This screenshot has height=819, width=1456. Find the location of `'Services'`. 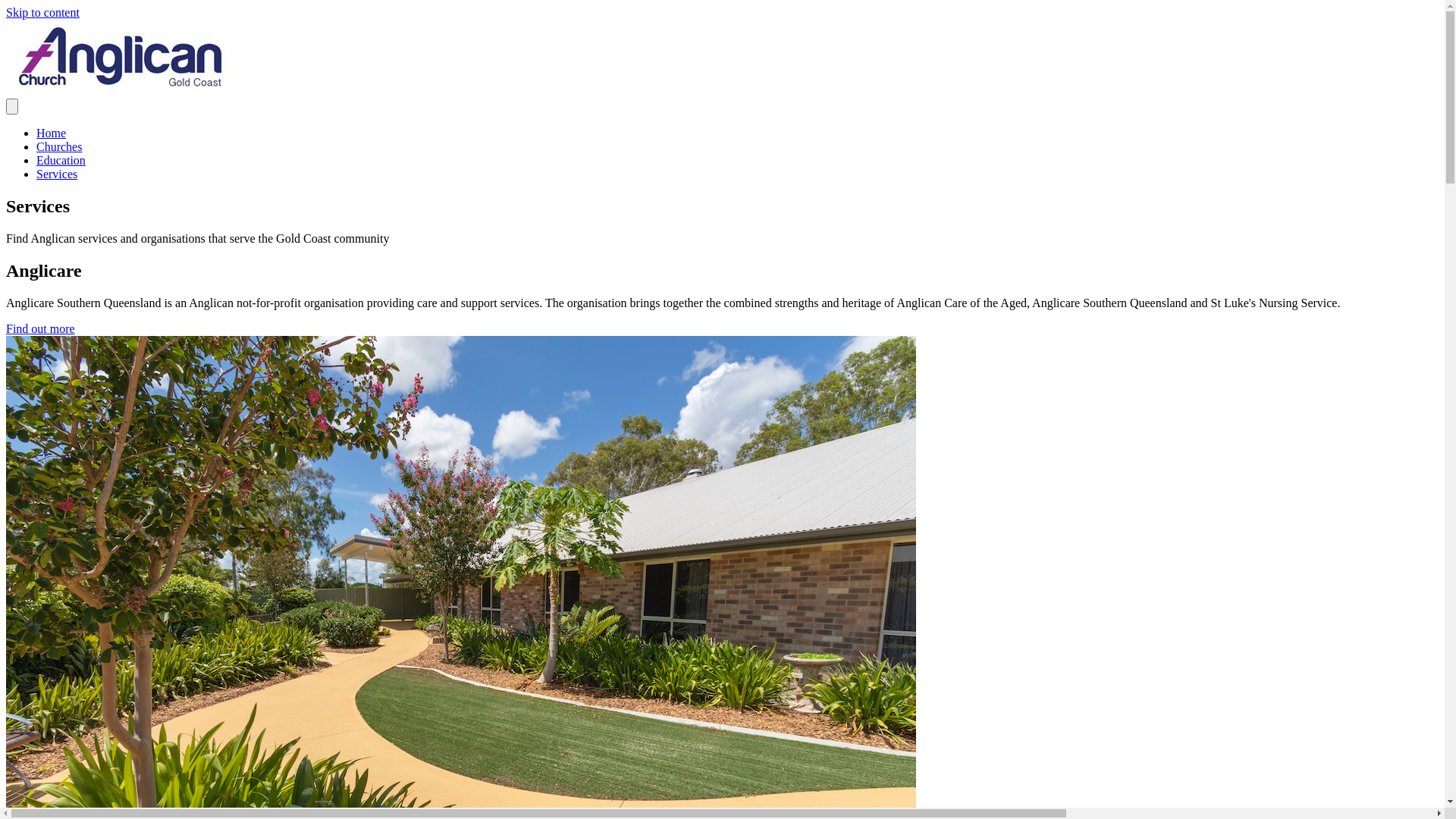

'Services' is located at coordinates (57, 173).